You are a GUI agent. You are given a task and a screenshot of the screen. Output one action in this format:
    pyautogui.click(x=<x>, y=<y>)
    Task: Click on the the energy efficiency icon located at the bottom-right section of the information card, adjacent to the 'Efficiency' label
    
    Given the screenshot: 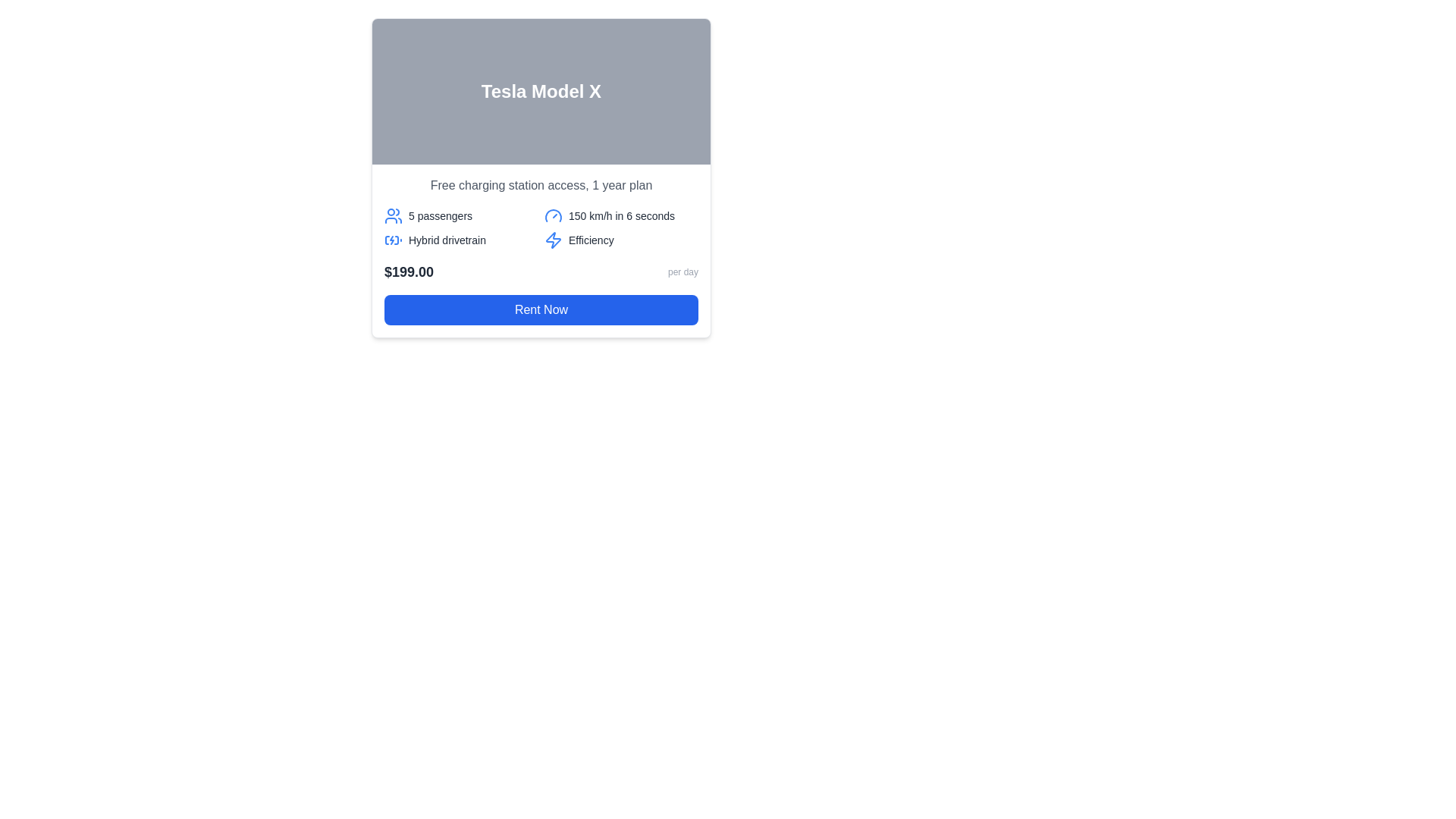 What is the action you would take?
    pyautogui.click(x=552, y=239)
    